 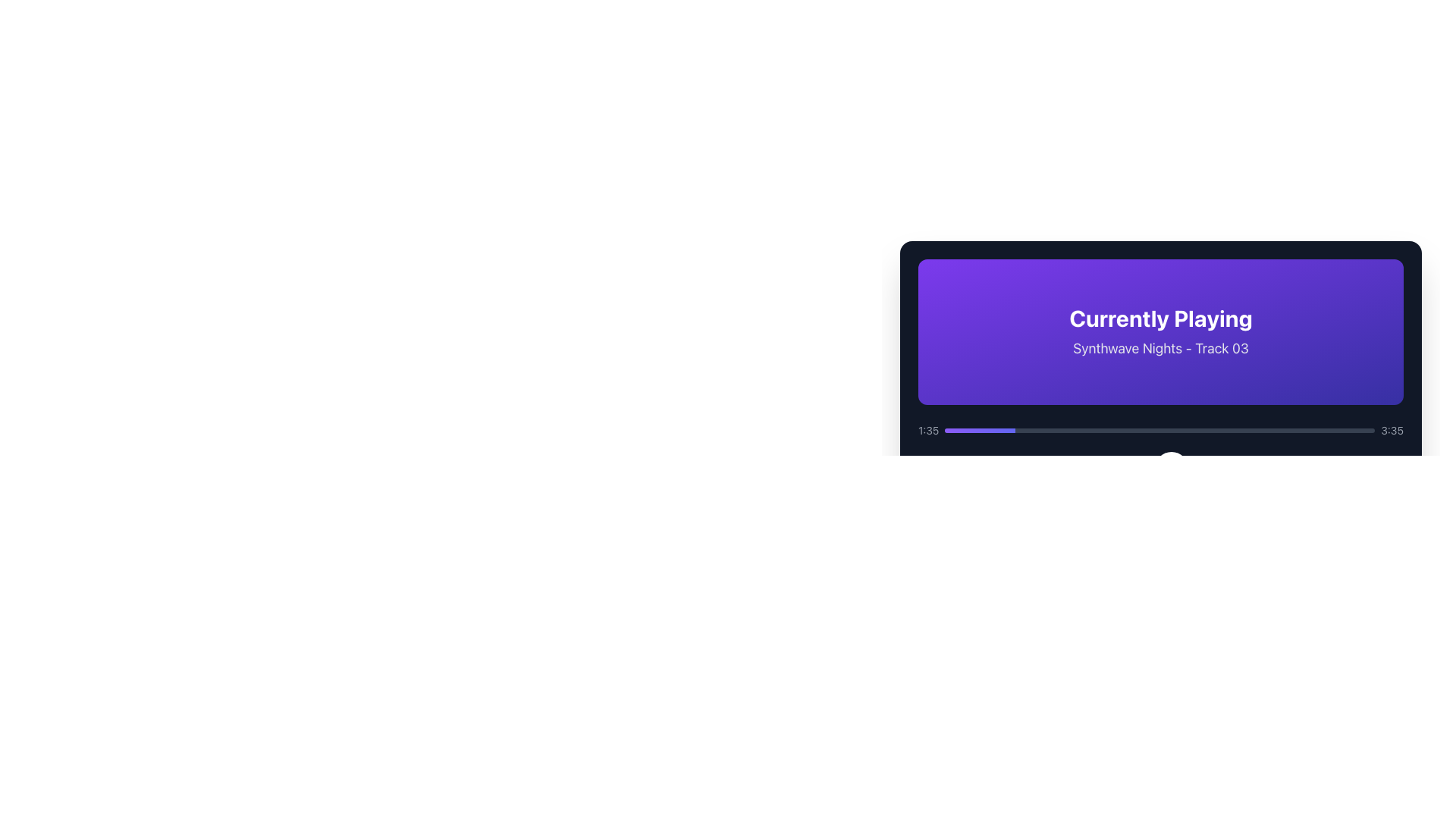 What do you see at coordinates (1160, 348) in the screenshot?
I see `the text element displaying 'Synthwave Nights - Track 03' which is styled in a medium light gray font on a purple background, located directly below the heading 'Currently Playing'` at bounding box center [1160, 348].